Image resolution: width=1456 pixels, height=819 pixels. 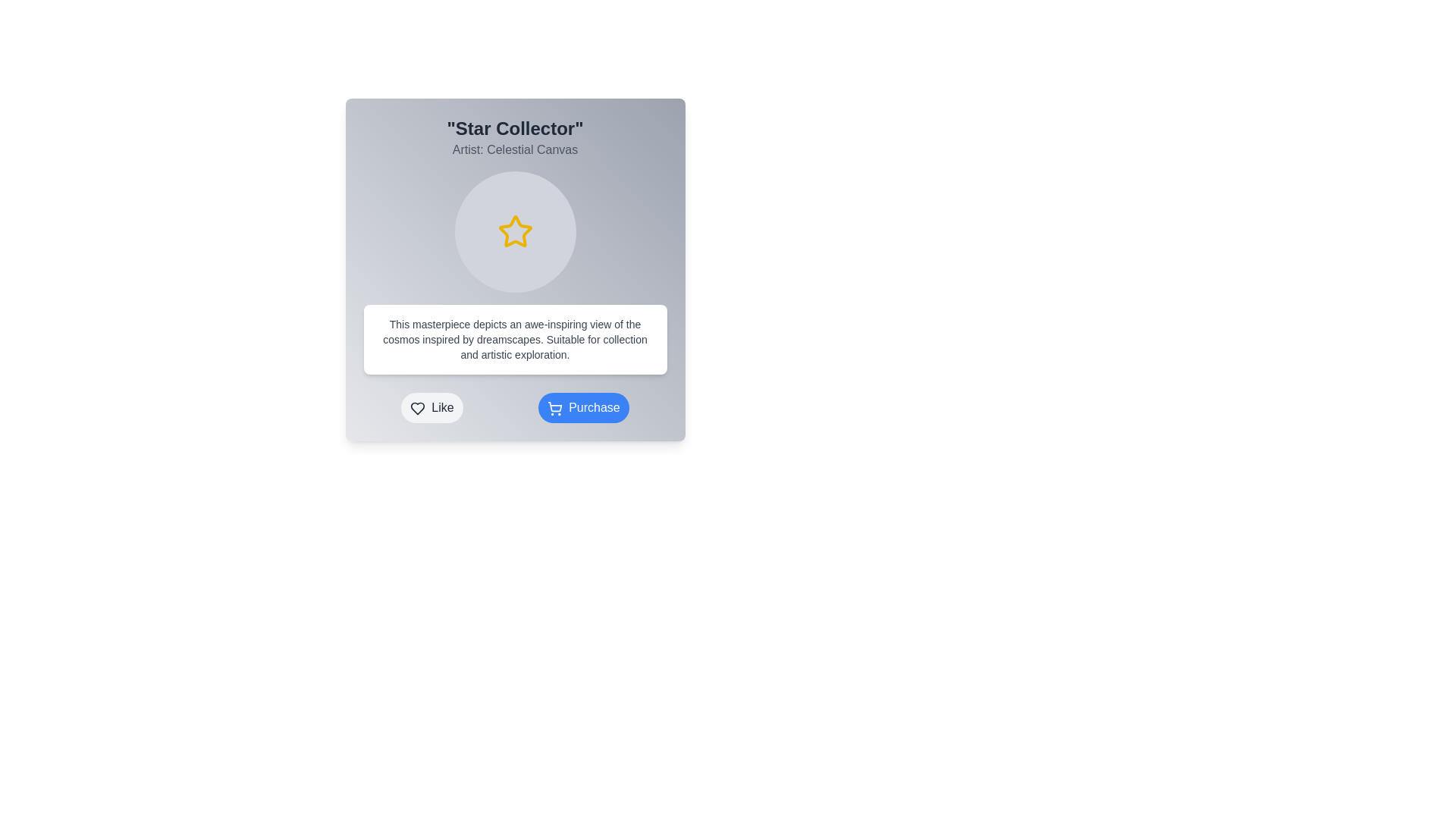 I want to click on the heart-shaped 'like' icon for keyboard navigation, so click(x=418, y=407).